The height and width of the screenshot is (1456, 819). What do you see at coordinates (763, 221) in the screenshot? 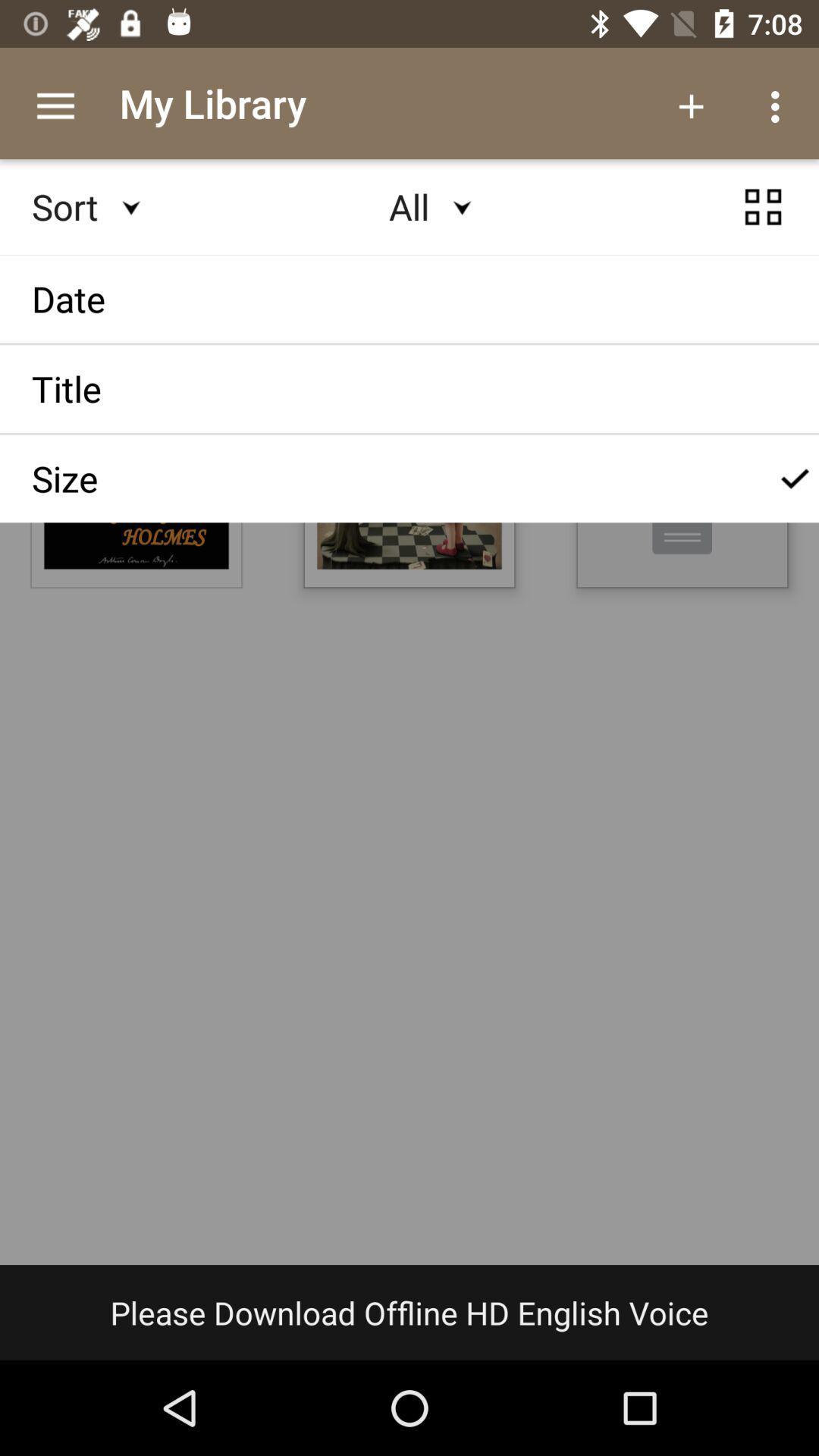
I see `the dashboard icon` at bounding box center [763, 221].